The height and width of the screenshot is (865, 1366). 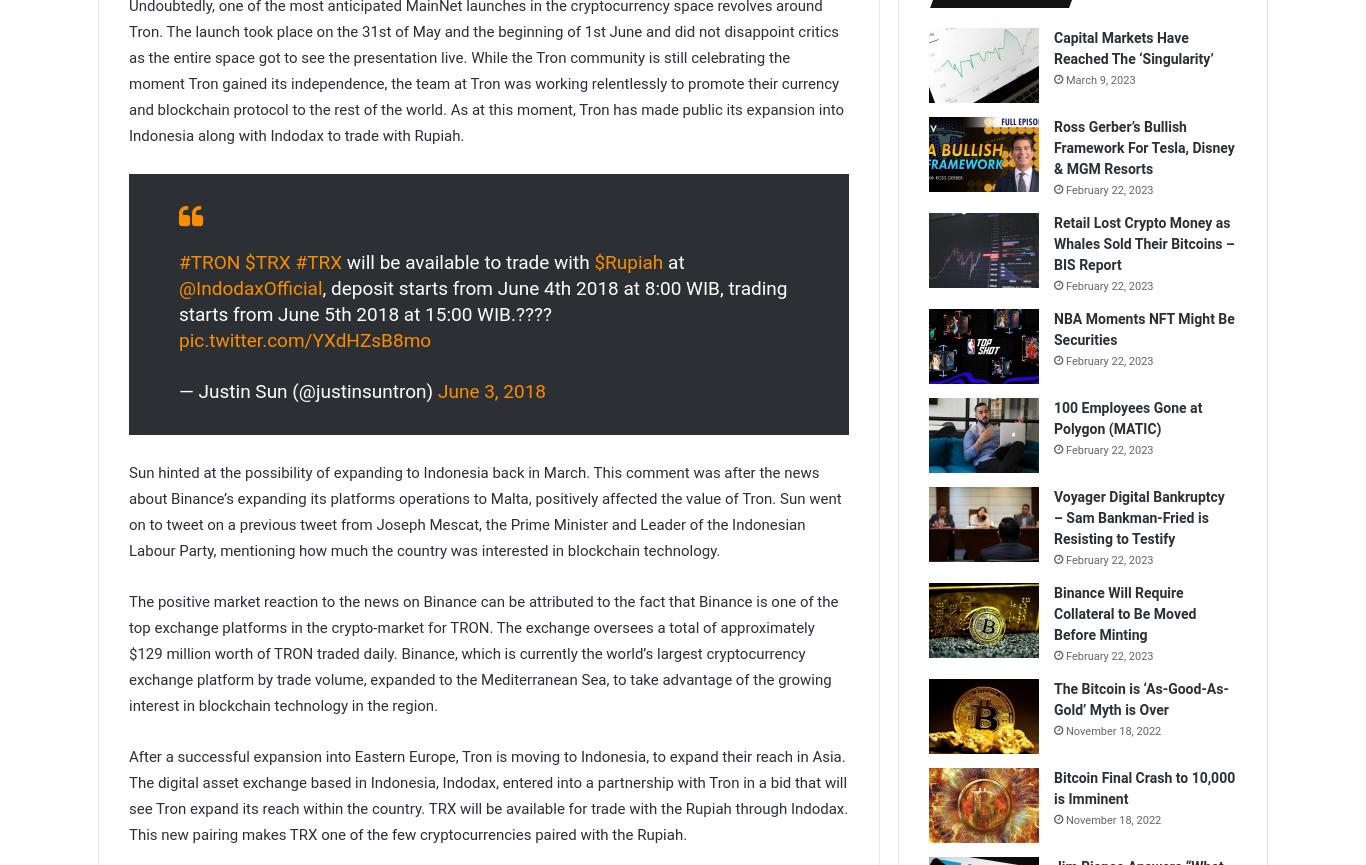 I want to click on 'Ross Gerber’s Bullish Framework For Tesla, Disney & MGM Resorts', so click(x=1144, y=147).